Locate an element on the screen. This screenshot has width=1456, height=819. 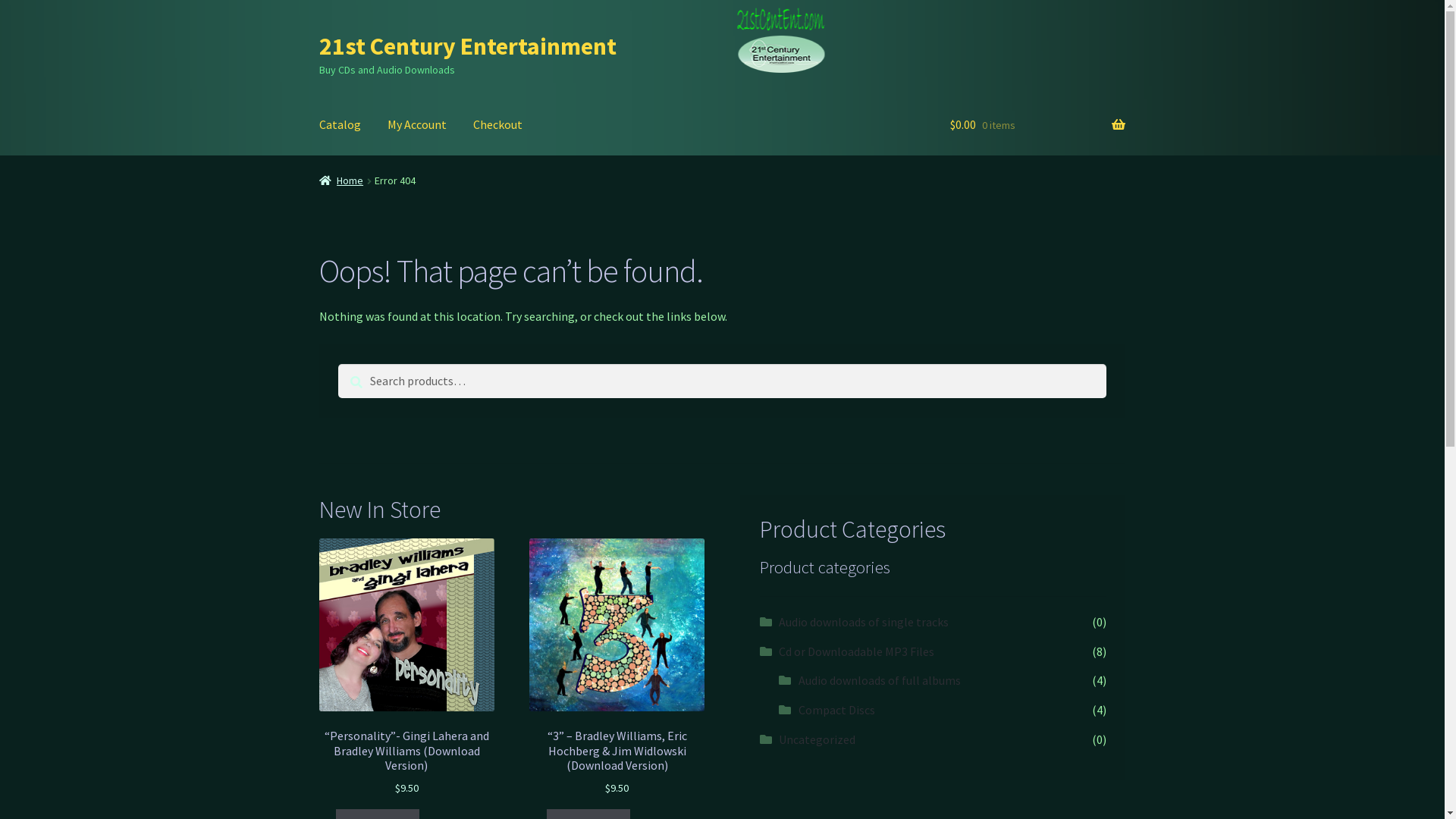
'Home' is located at coordinates (340, 180).